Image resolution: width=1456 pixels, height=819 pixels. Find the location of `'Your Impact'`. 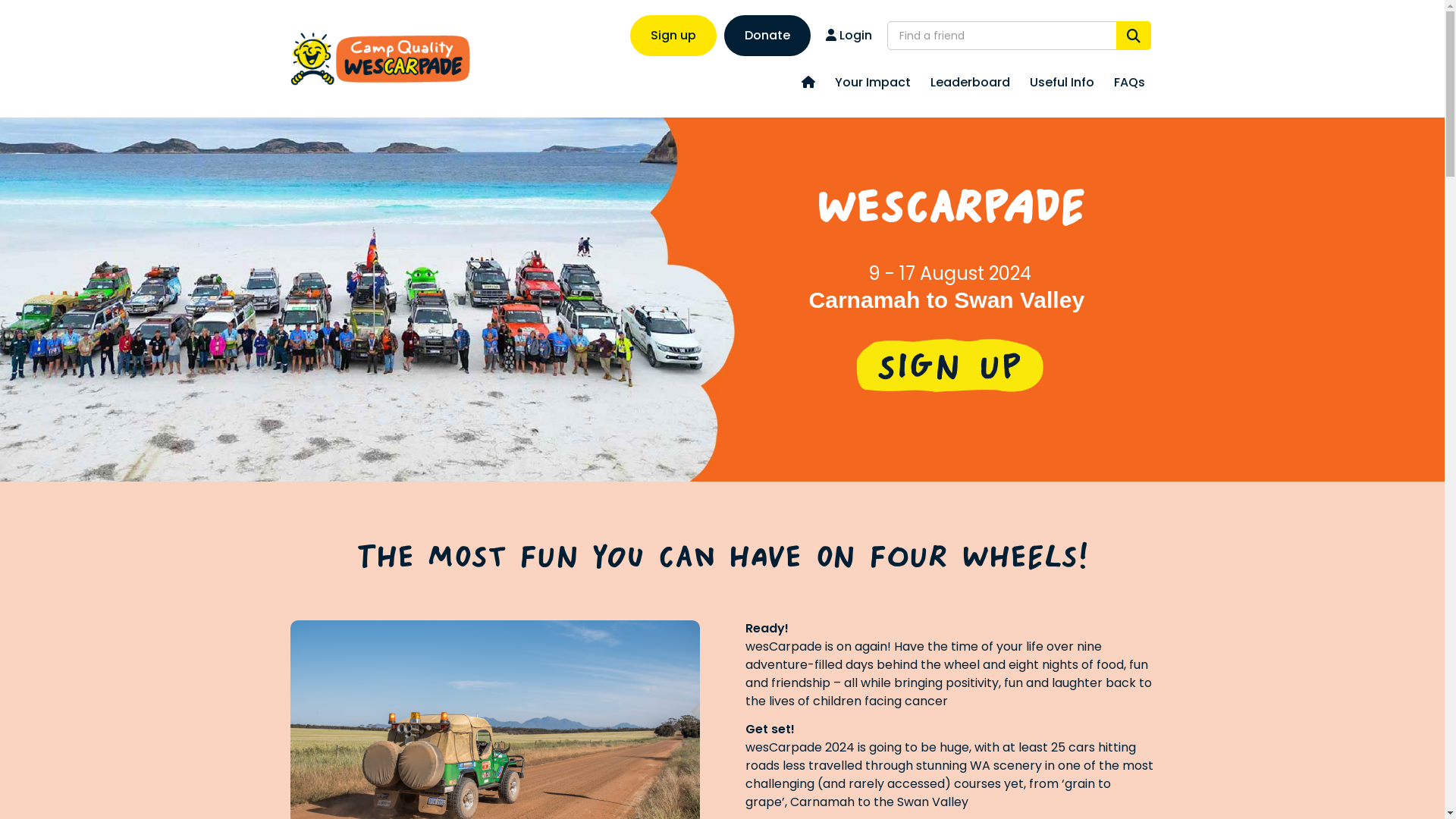

'Your Impact' is located at coordinates (873, 83).